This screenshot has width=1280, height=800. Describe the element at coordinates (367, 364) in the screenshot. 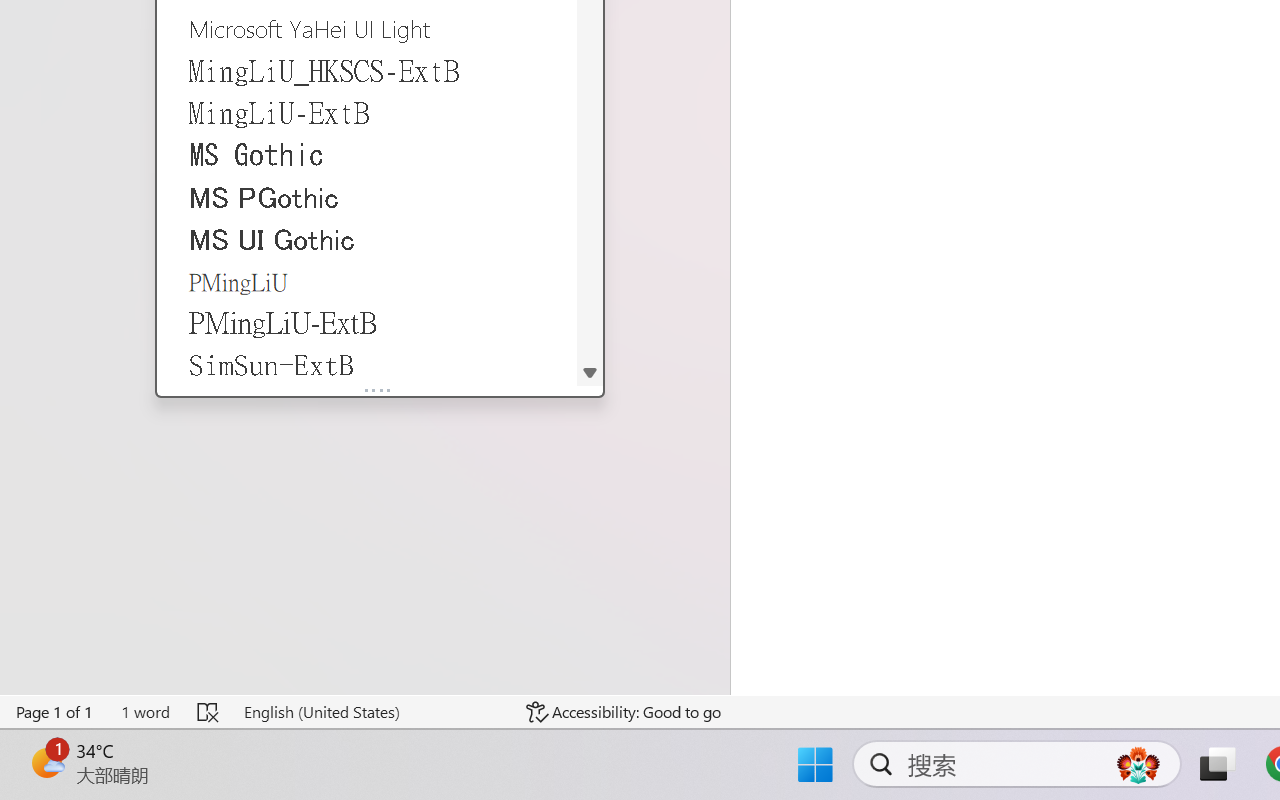

I see `'SimSun-ExtB'` at that location.